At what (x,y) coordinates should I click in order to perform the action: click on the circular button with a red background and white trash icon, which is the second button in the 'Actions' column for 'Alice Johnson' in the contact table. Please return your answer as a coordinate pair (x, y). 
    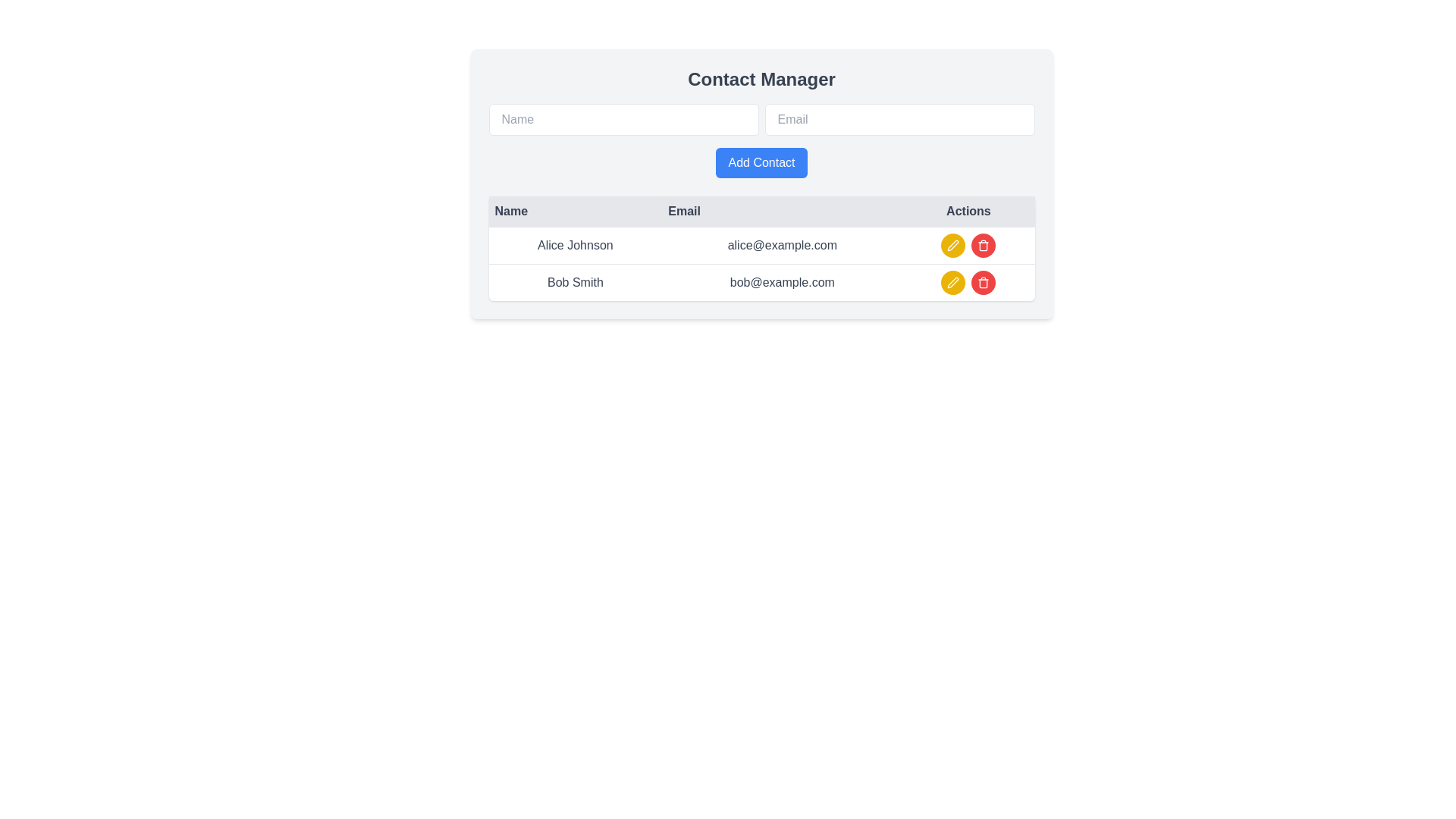
    Looking at the image, I should click on (984, 245).